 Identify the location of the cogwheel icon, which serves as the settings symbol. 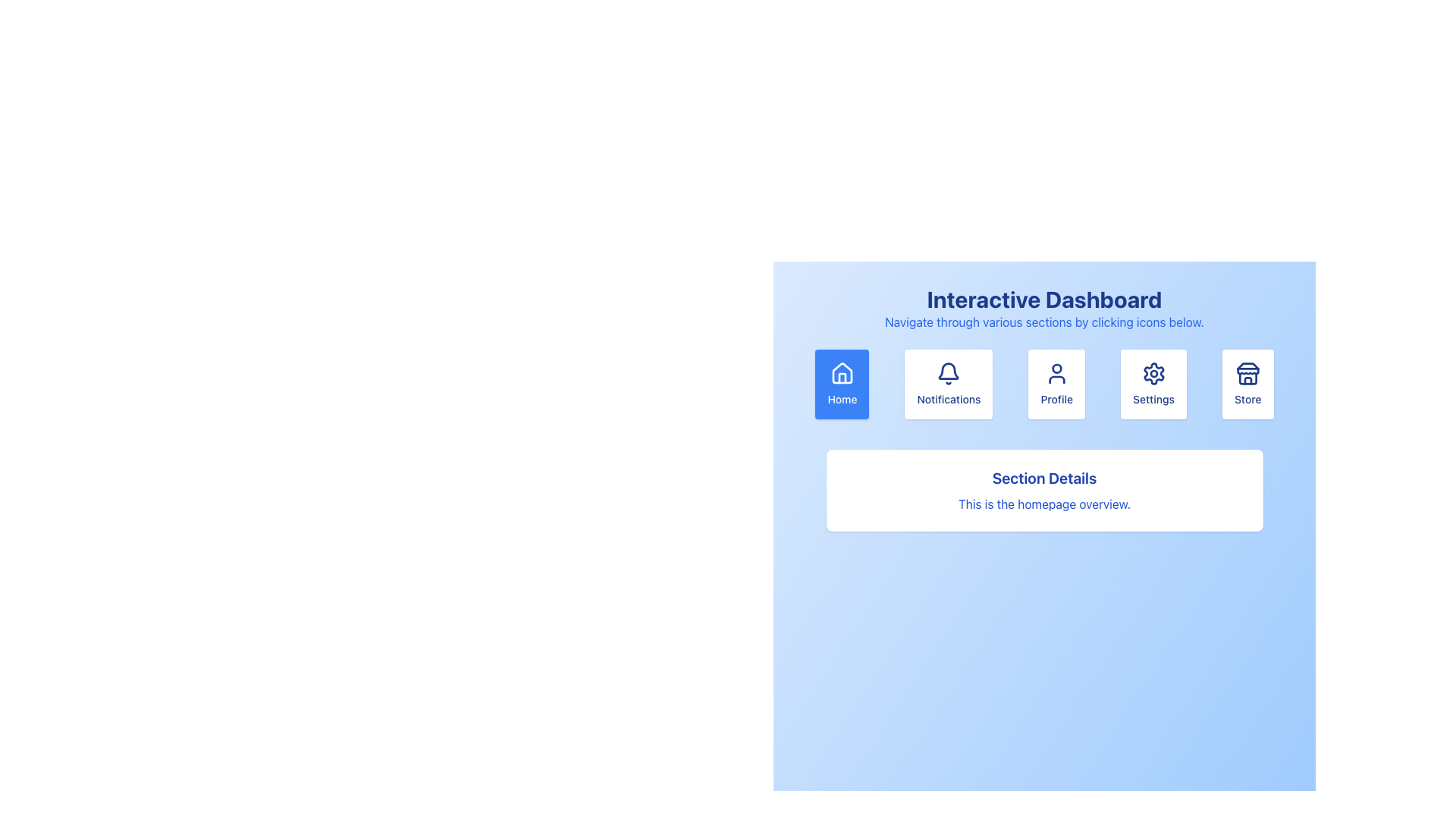
(1153, 374).